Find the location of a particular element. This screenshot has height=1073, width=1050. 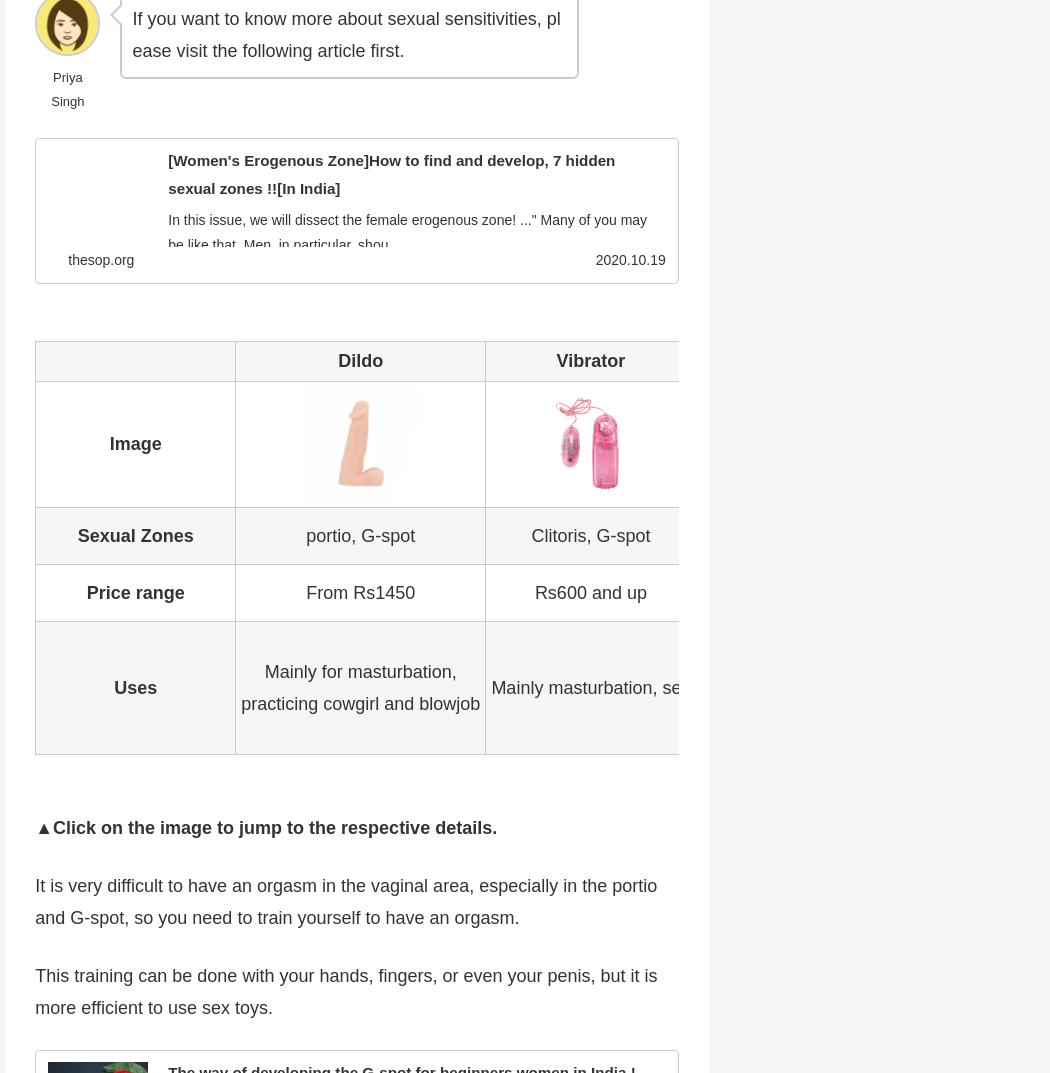

'Clitoris, G-spot' is located at coordinates (589, 533).